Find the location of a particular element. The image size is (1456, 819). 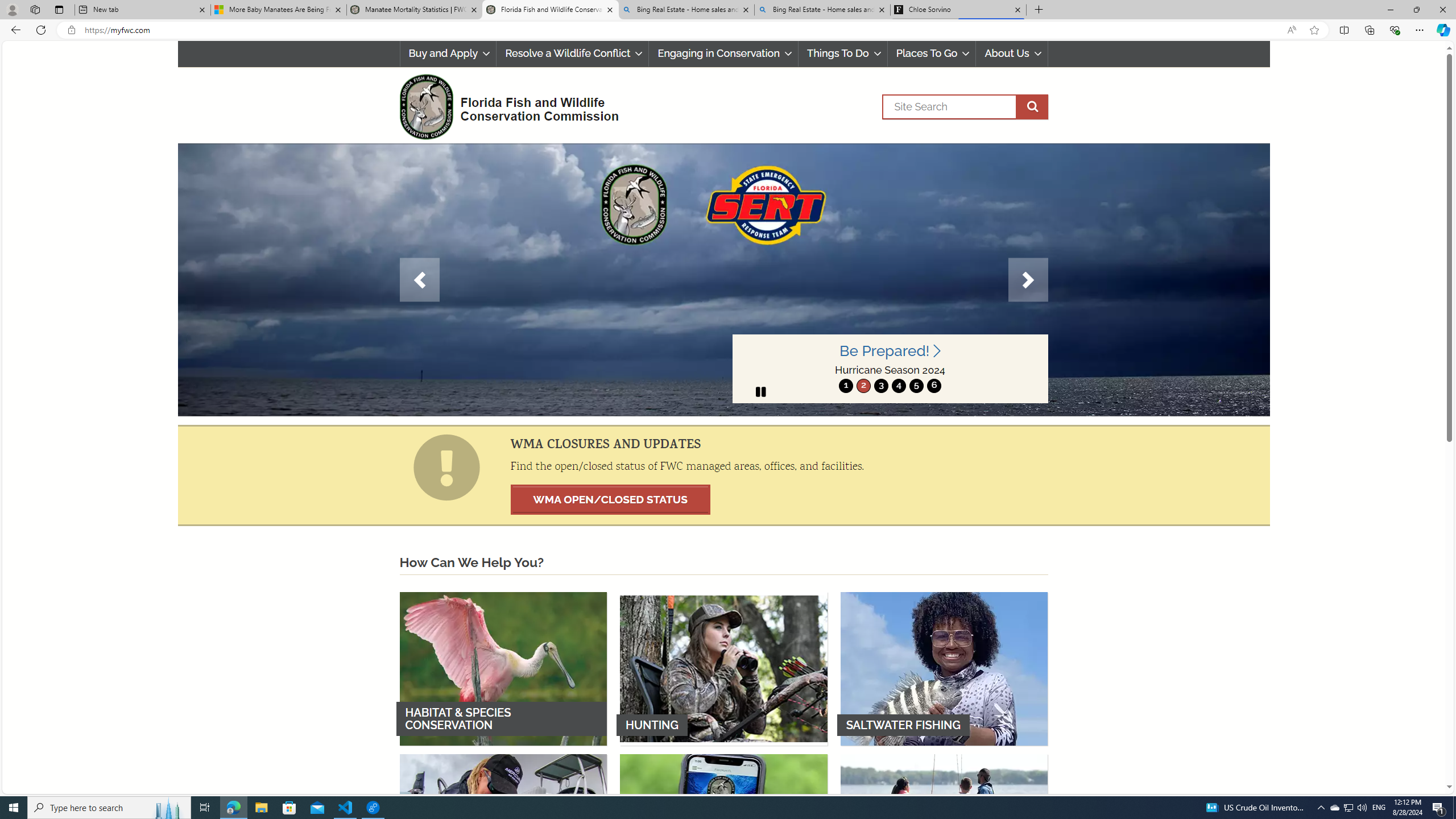

'Be Prepared! ' is located at coordinates (890, 350).